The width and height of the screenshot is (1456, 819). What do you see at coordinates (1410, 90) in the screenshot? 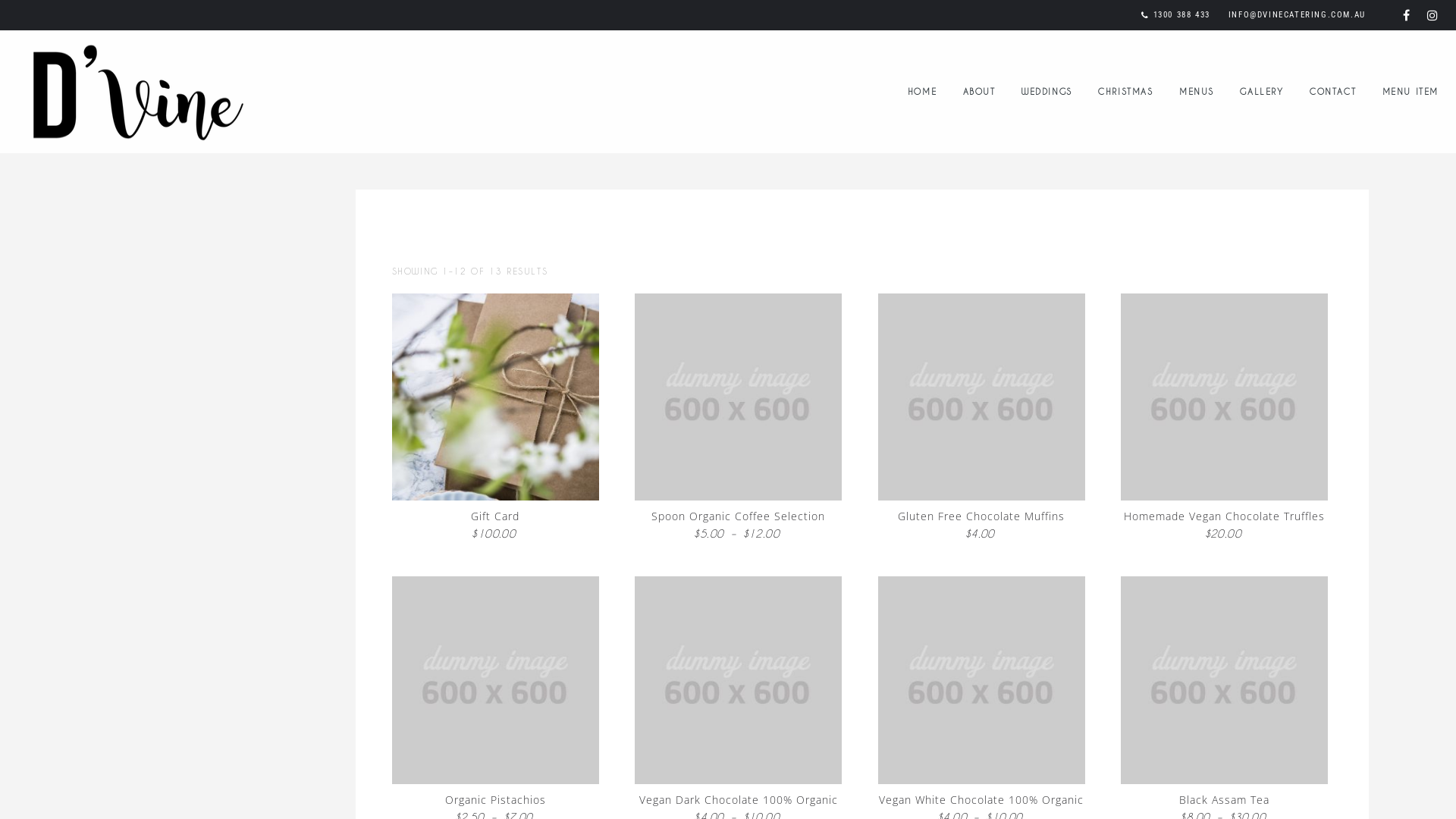
I see `'MENU ITEM'` at bounding box center [1410, 90].